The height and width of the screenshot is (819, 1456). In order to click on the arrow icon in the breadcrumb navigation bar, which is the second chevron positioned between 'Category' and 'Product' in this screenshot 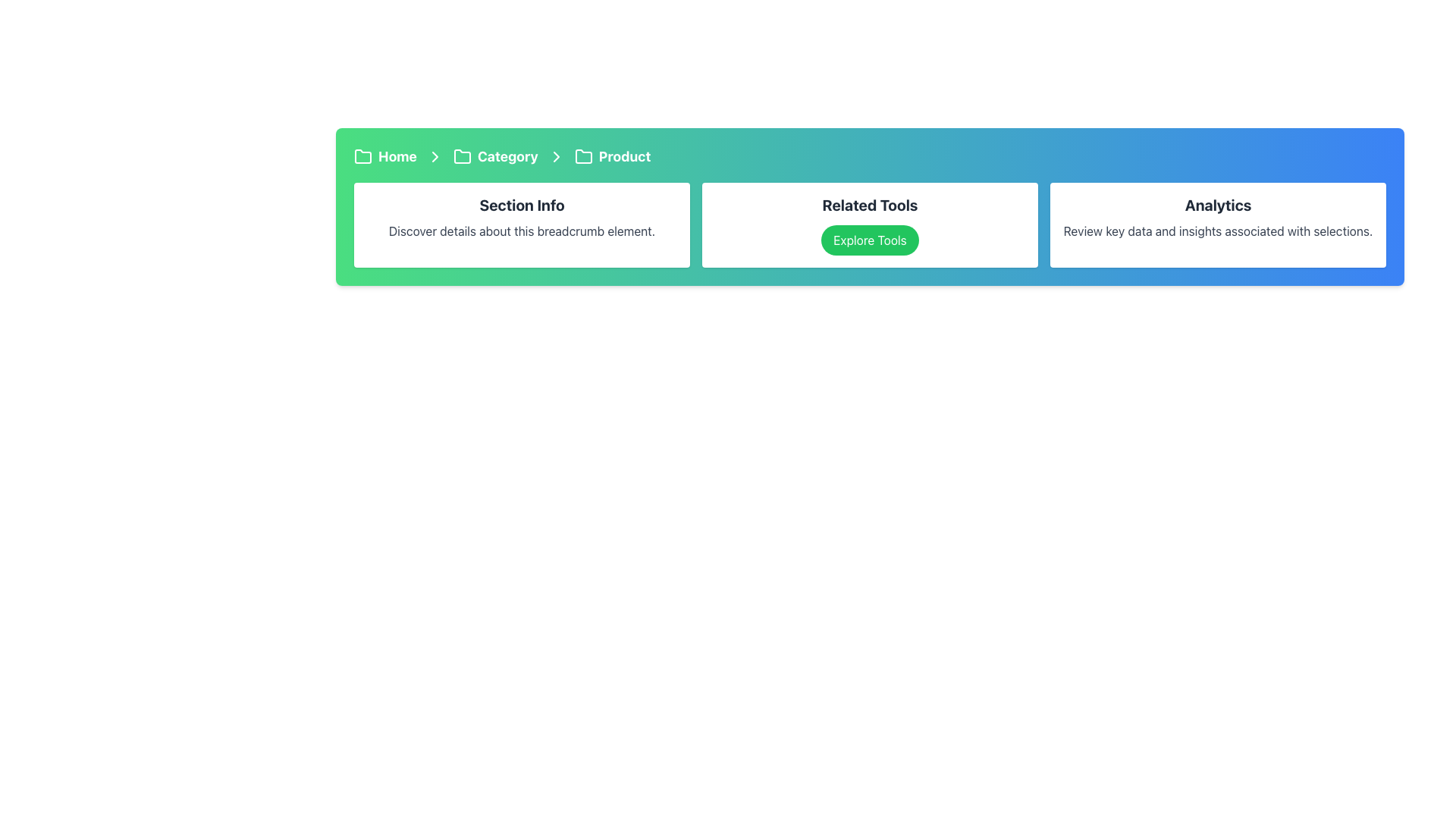, I will do `click(434, 157)`.